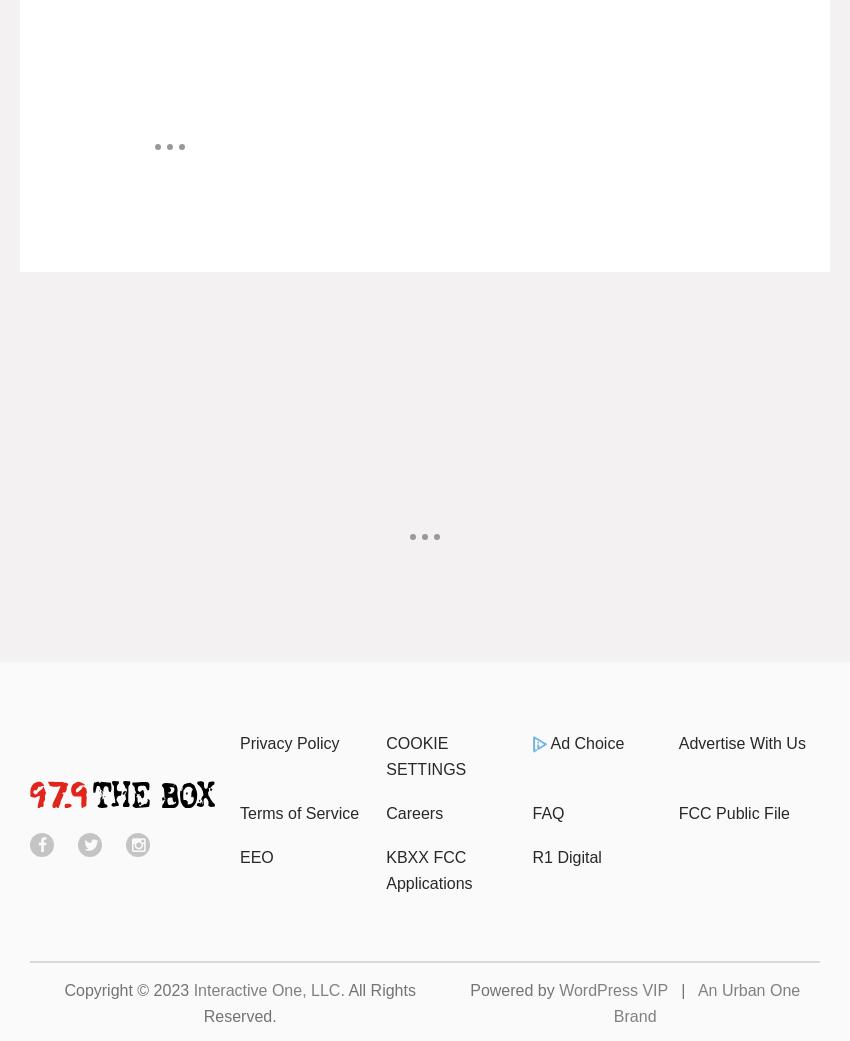 This screenshot has height=1041, width=850. I want to click on 'FAQ', so click(546, 812).